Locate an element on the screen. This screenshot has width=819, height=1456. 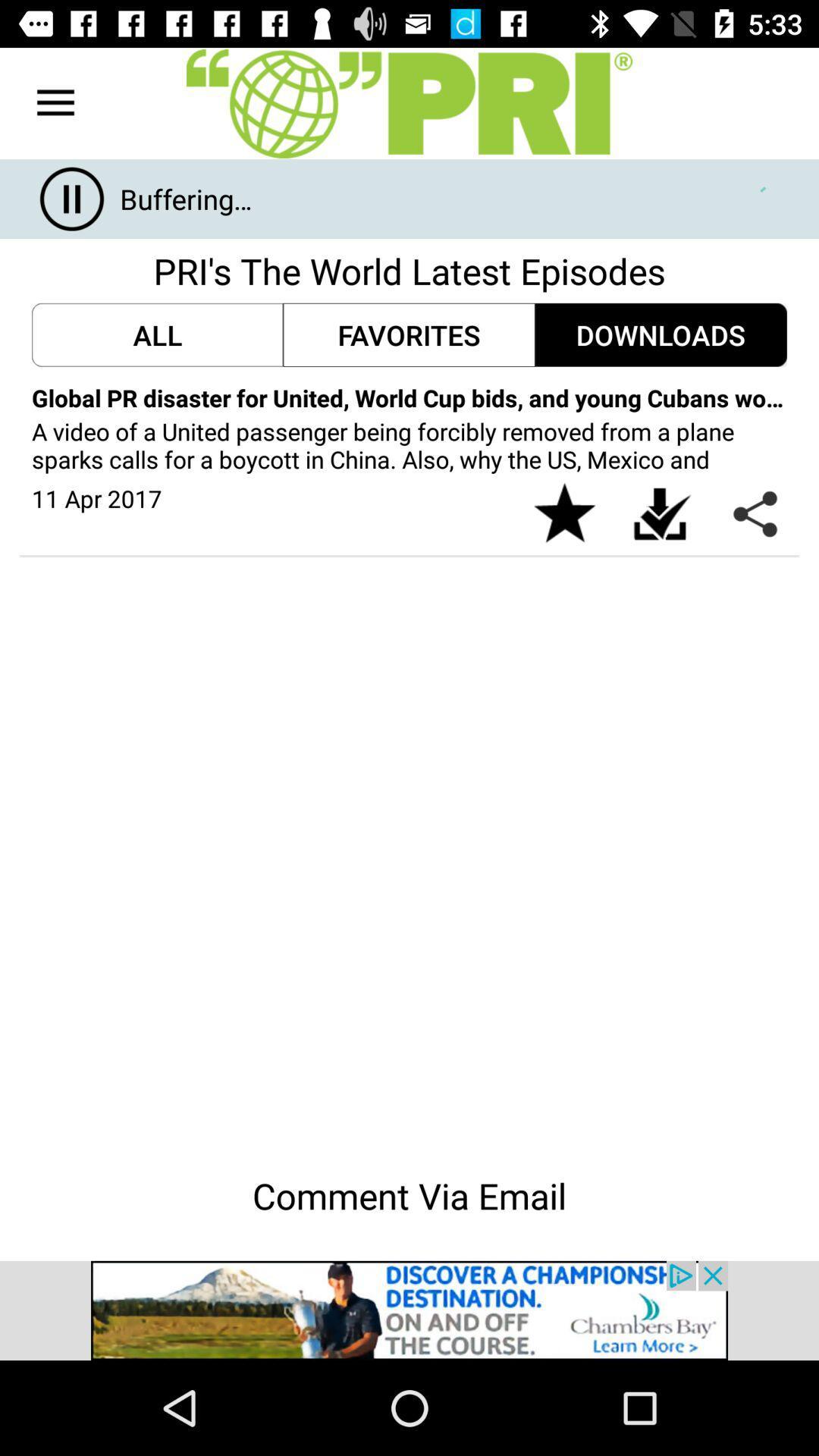
advertisement is located at coordinates (409, 1310).